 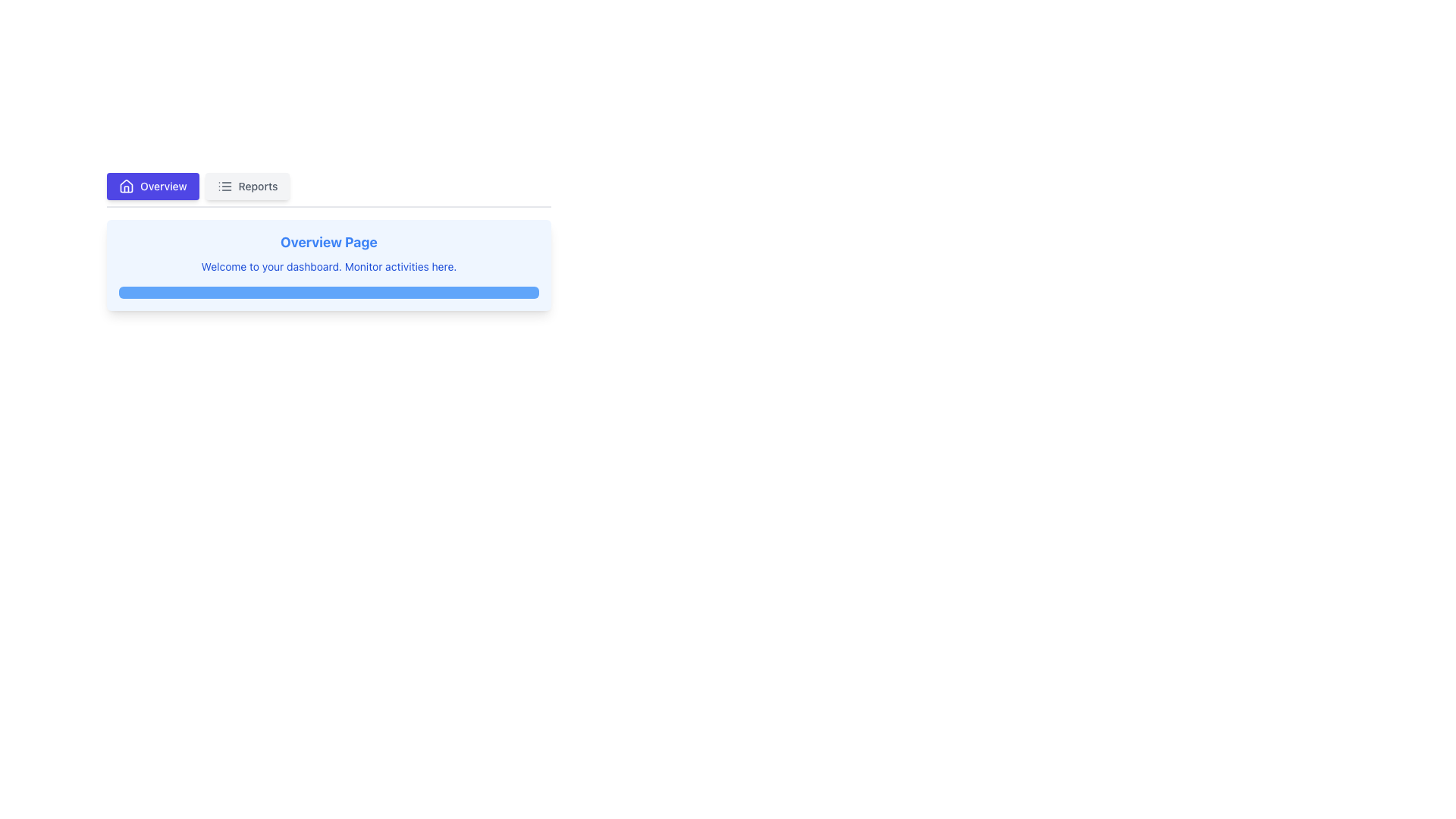 What do you see at coordinates (152, 186) in the screenshot?
I see `the 'Overview' tab, which is the first rectangular button in the top-left horizontal navigation bar` at bounding box center [152, 186].